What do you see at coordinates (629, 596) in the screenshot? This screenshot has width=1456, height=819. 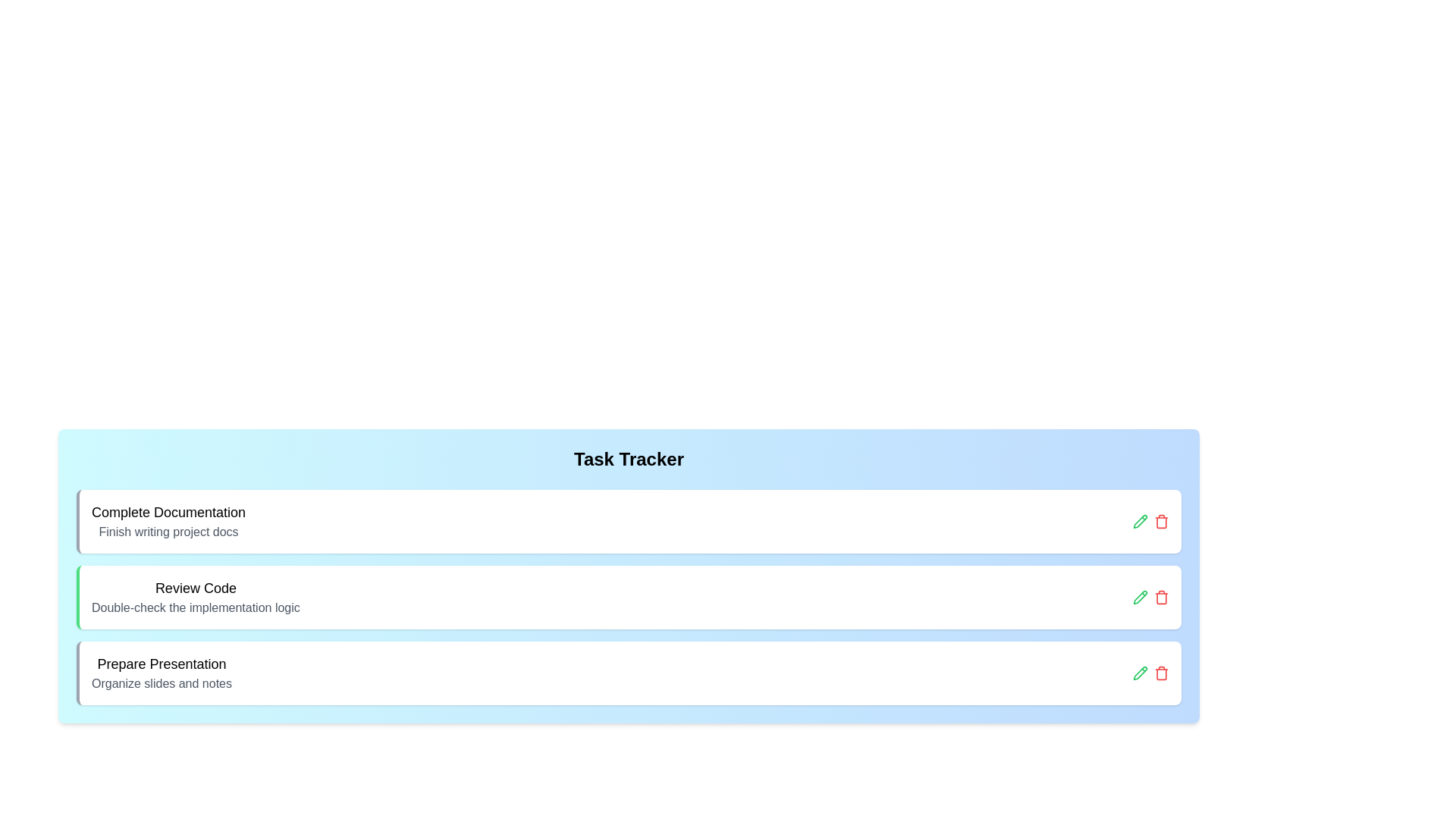 I see `the task Review Code to view the hover effect` at bounding box center [629, 596].